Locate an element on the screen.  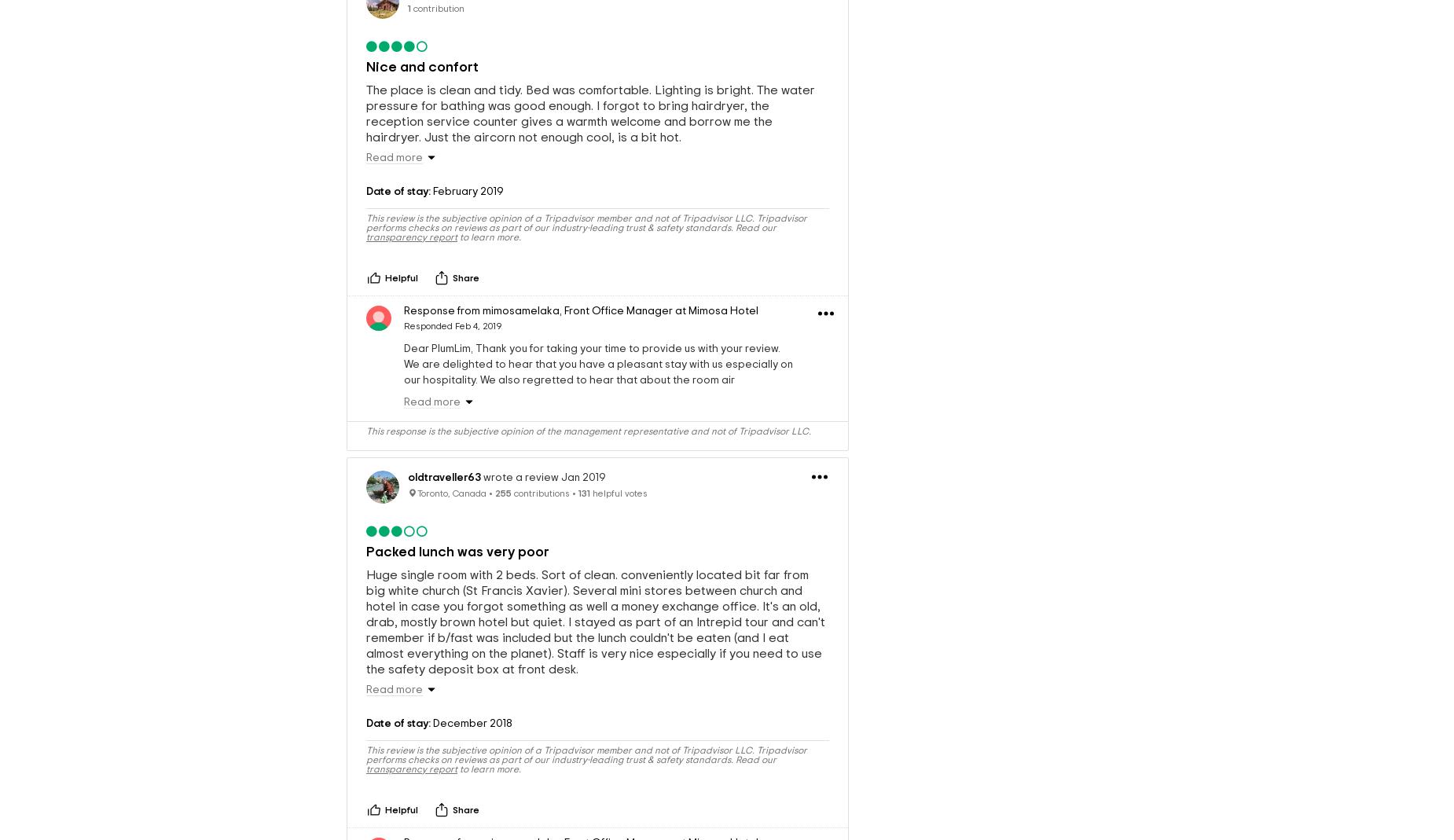
'Toronto, Canada' is located at coordinates (417, 492).